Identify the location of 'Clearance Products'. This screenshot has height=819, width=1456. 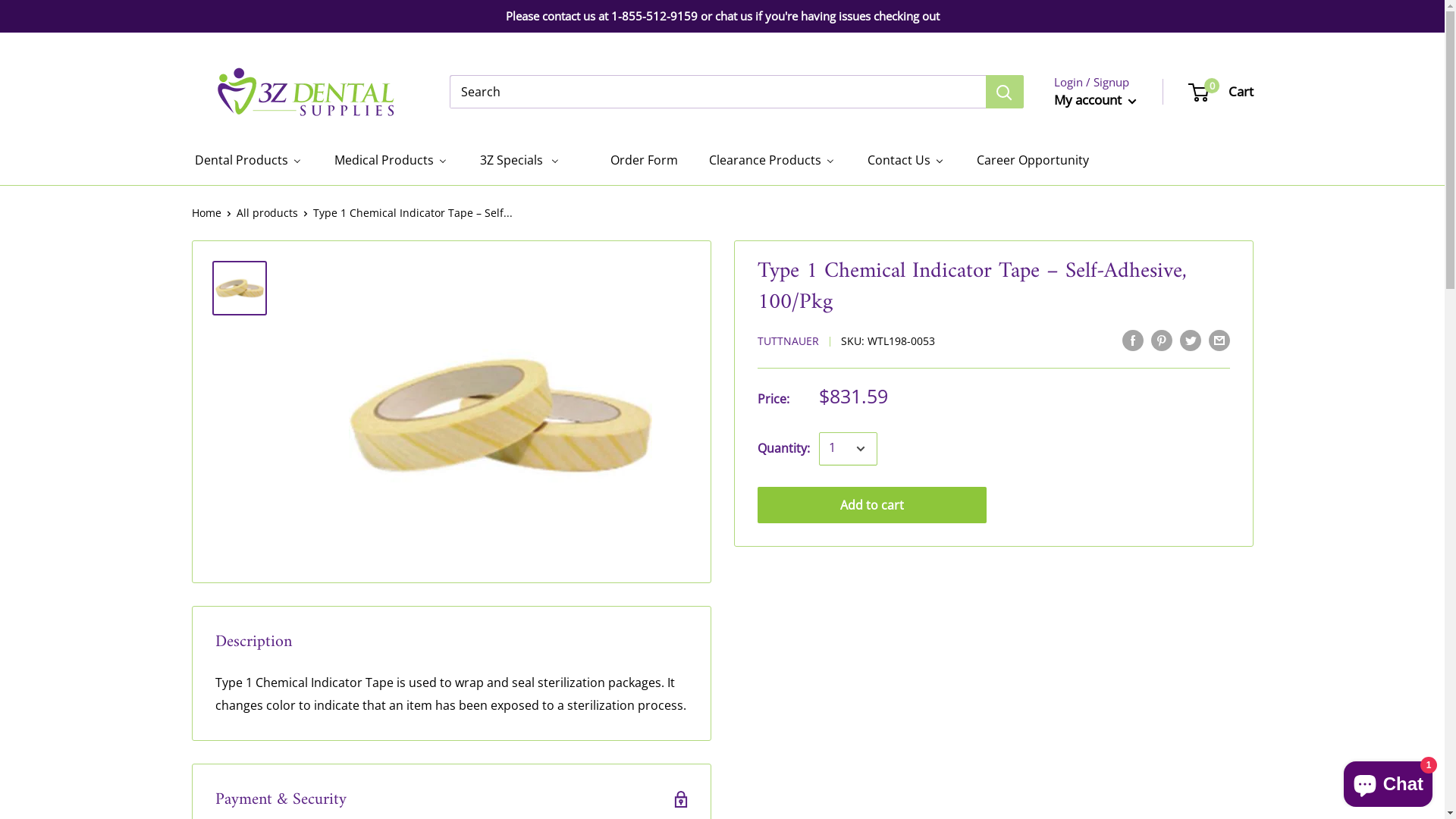
(771, 160).